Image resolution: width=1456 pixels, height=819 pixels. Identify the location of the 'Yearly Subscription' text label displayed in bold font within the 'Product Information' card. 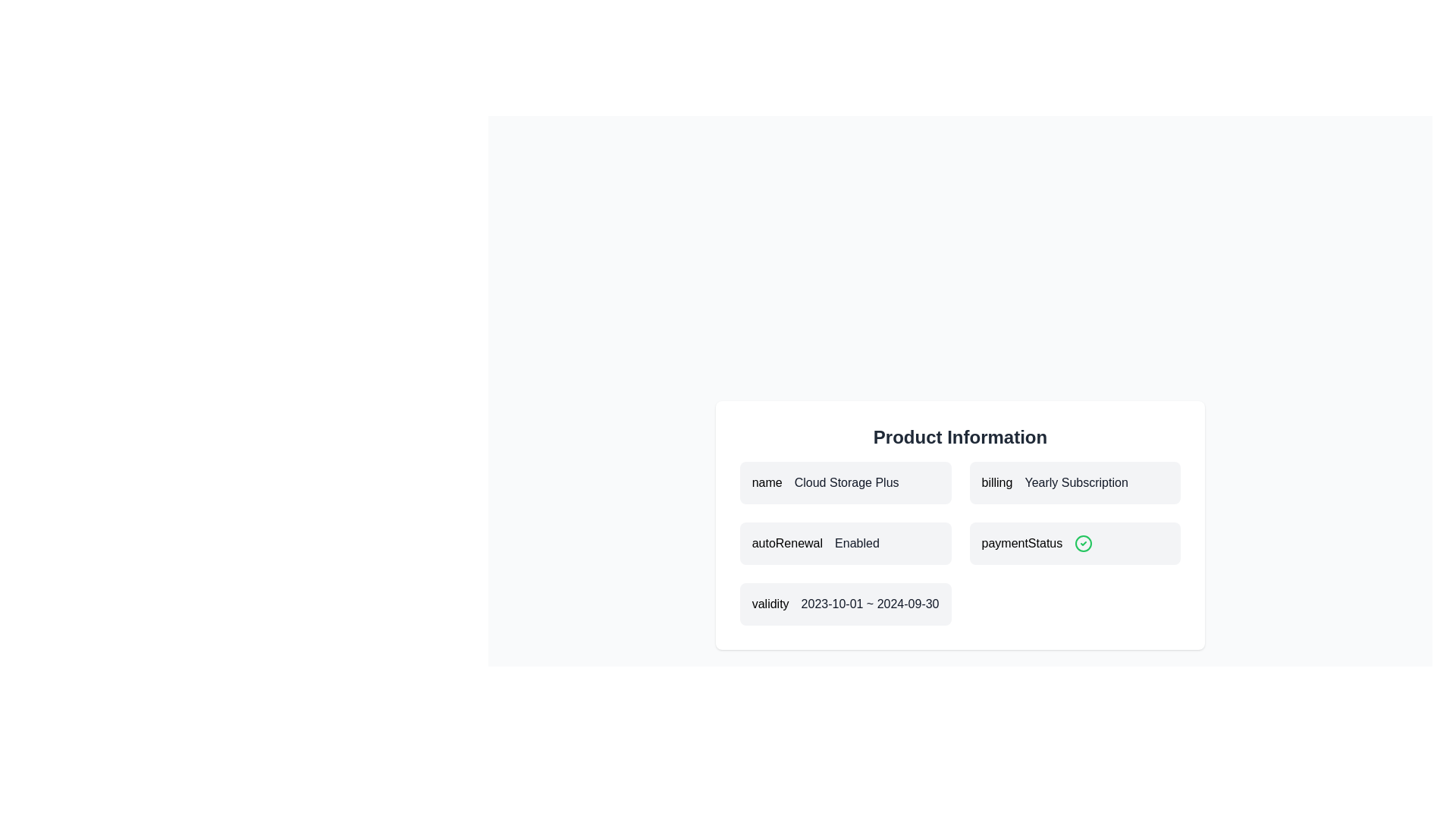
(1075, 482).